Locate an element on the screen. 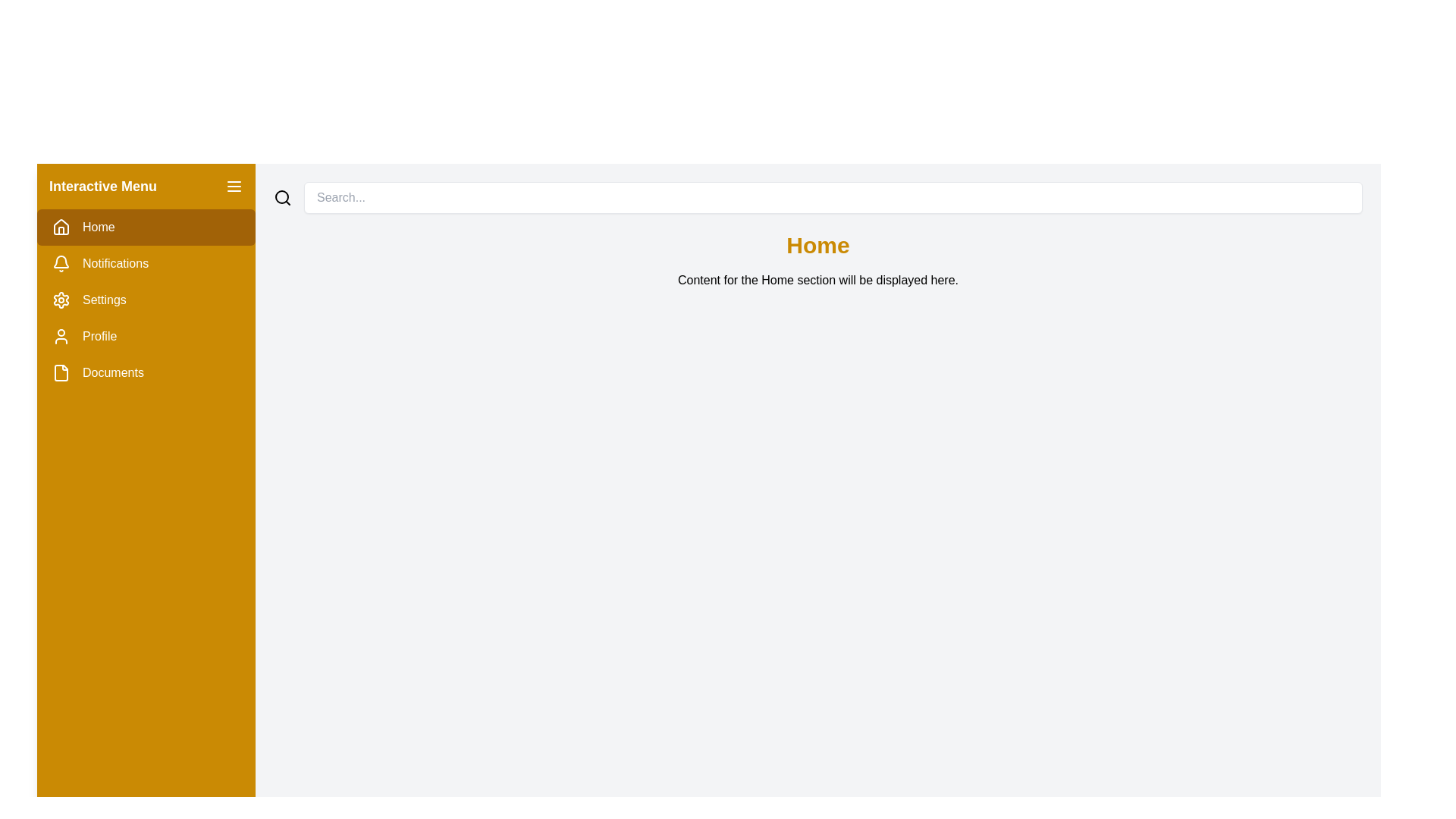  the 'Home' icon in the interactive sidebar menu, which is positioned towards the upper-left portion of the interface is located at coordinates (61, 231).